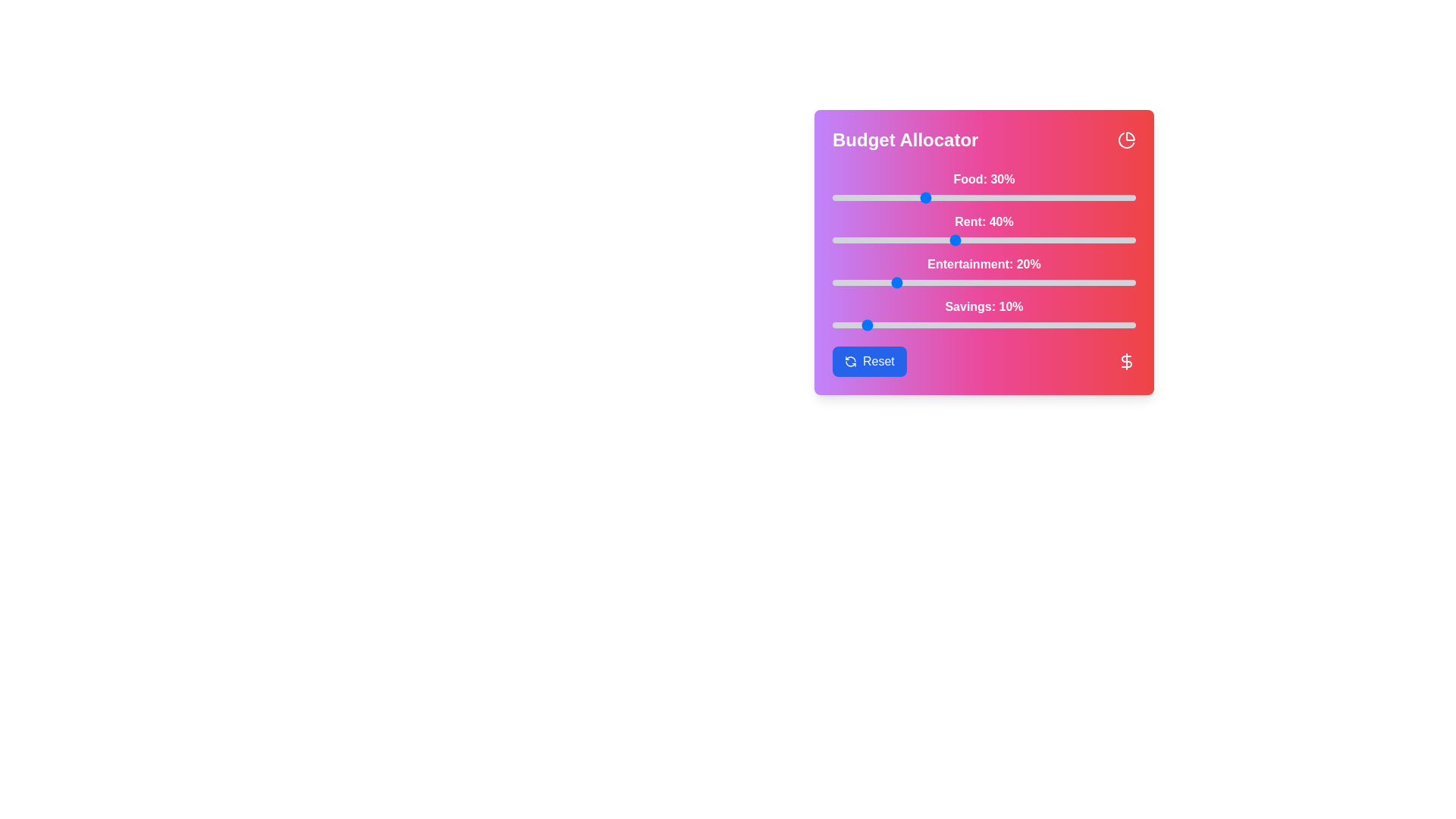 The image size is (1456, 819). What do you see at coordinates (984, 239) in the screenshot?
I see `the rent slider` at bounding box center [984, 239].